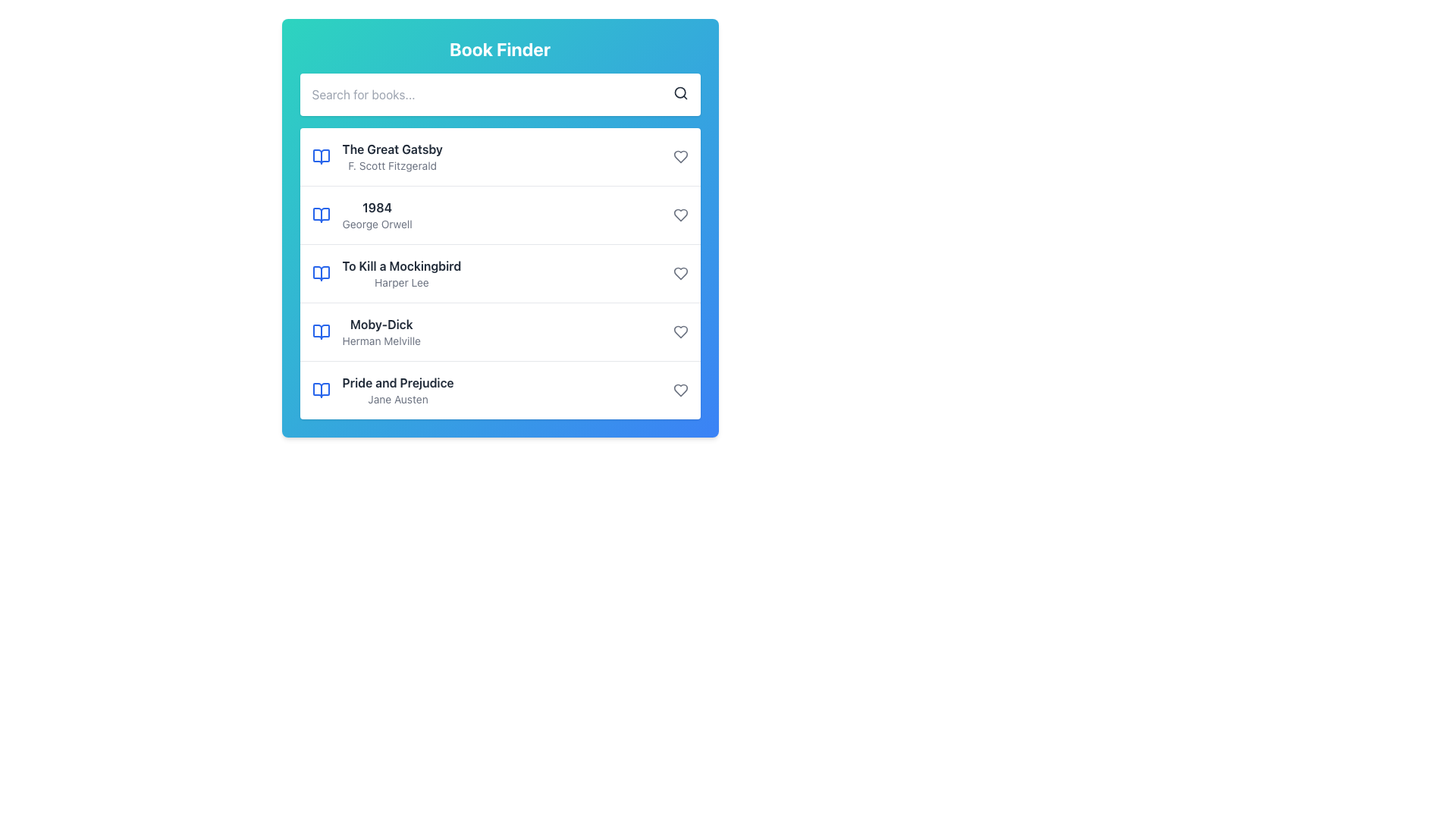 This screenshot has height=819, width=1456. What do you see at coordinates (320, 390) in the screenshot?
I see `the pictogram of an open book, which is blue and located near the left side of the fifth row, aligned with the title 'Pride and Prejudice'` at bounding box center [320, 390].